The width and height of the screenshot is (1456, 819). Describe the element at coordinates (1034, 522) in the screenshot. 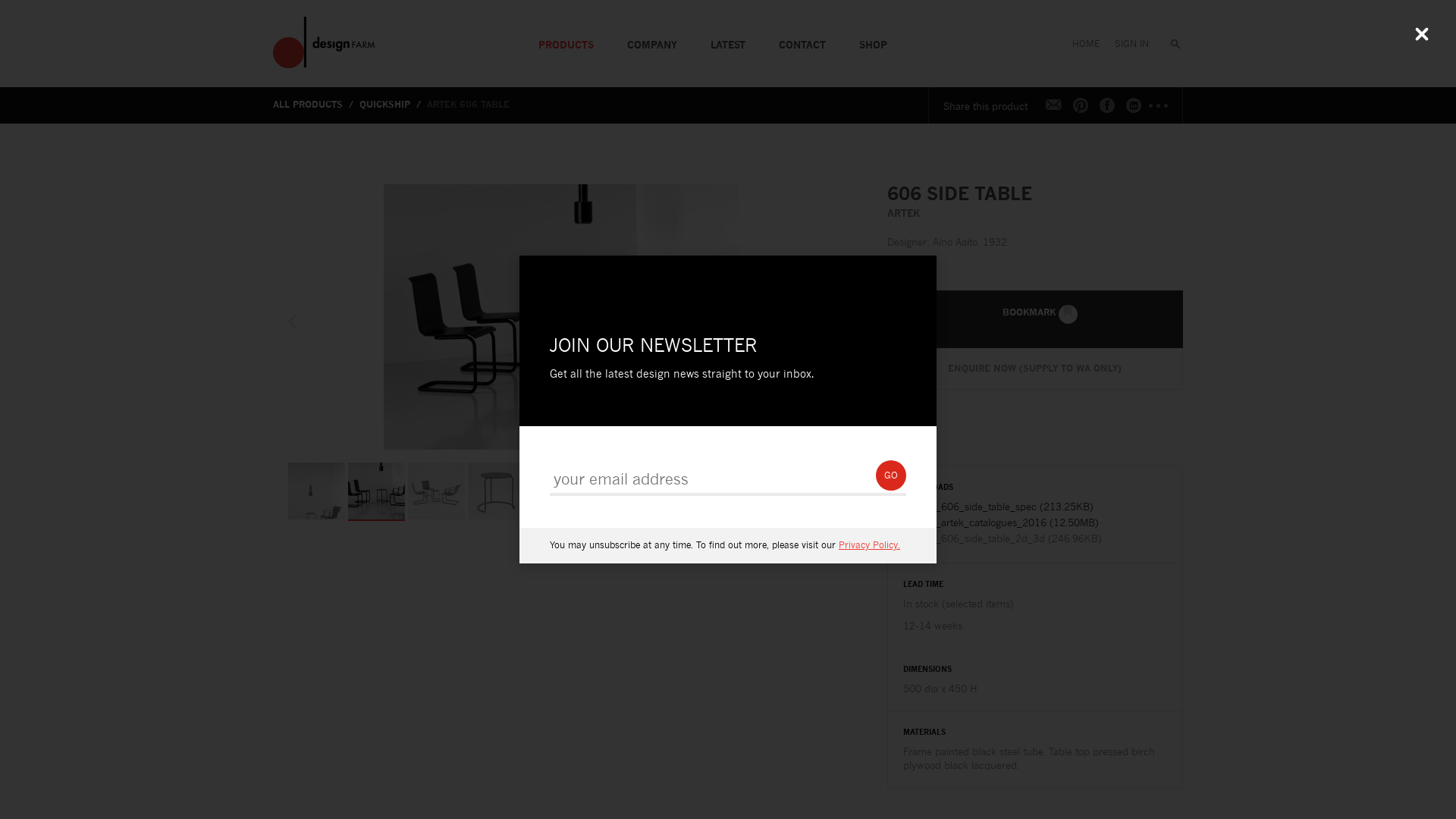

I see `'atk_artek_catalogues_2016 (12.50MB)'` at that location.